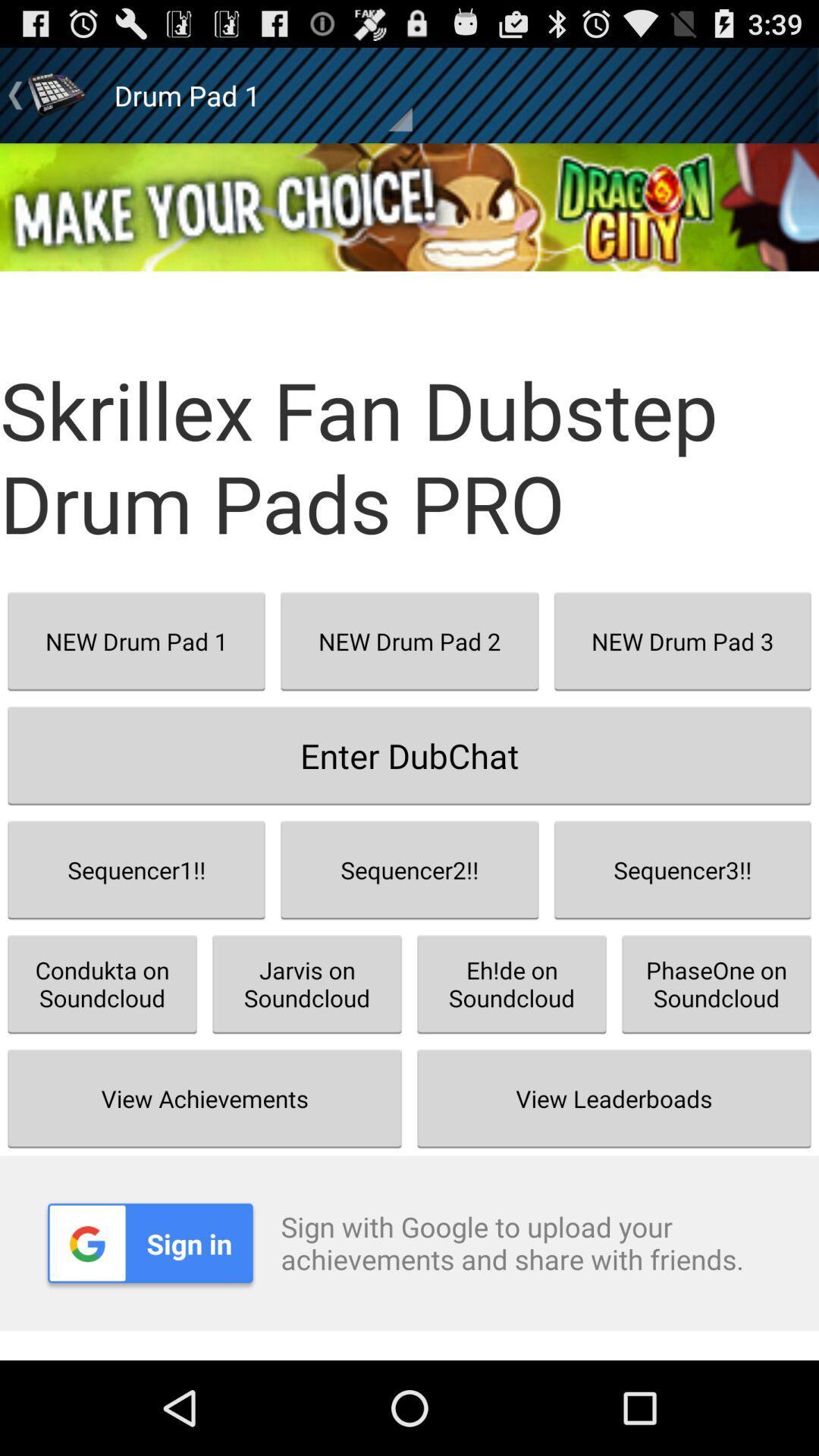 The height and width of the screenshot is (1456, 819). I want to click on enter dubchat icon, so click(409, 755).